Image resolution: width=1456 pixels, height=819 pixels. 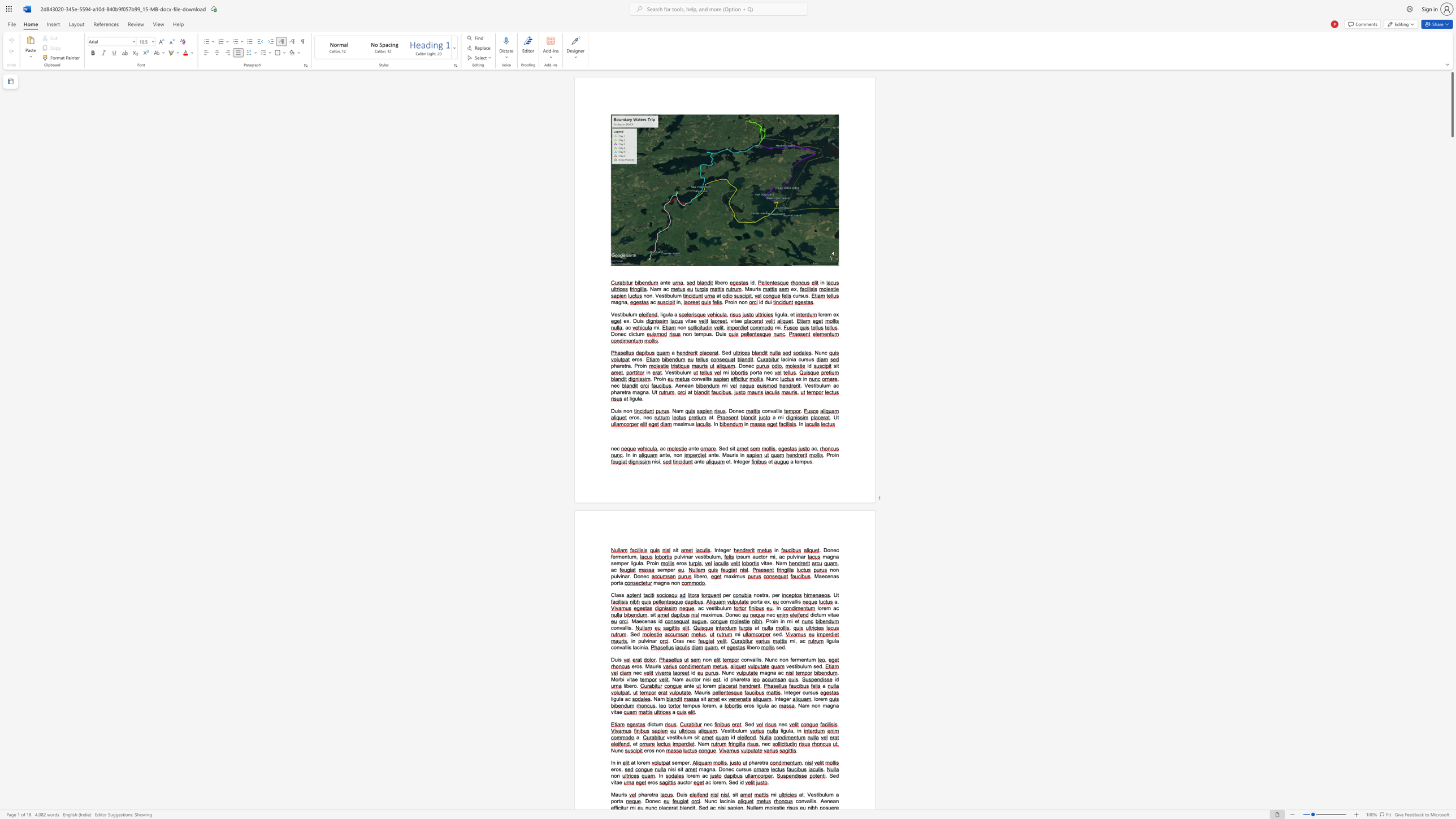 What do you see at coordinates (621, 575) in the screenshot?
I see `the 1th character "i" in the text` at bounding box center [621, 575].